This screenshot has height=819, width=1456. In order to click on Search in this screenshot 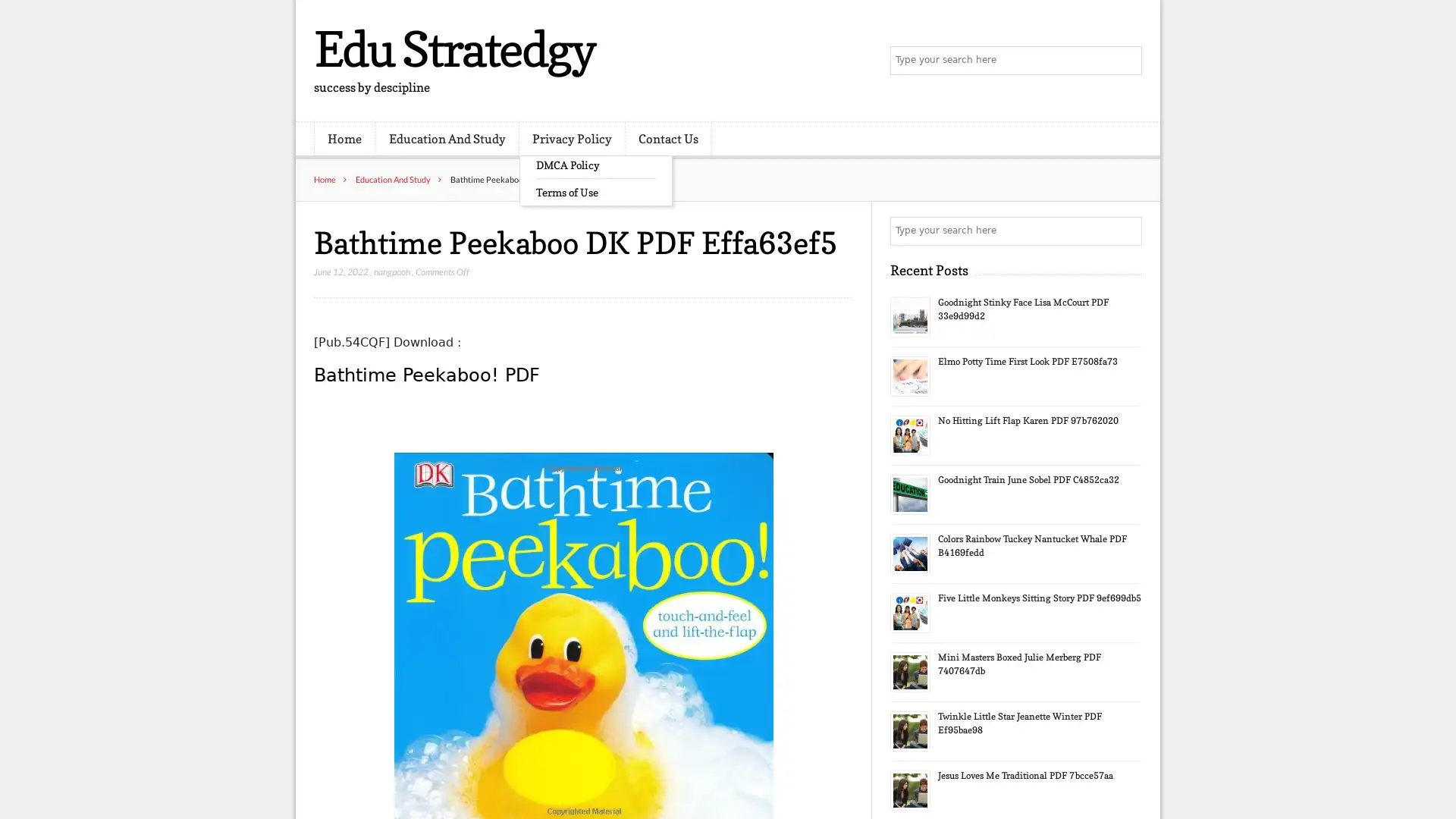, I will do `click(1126, 61)`.